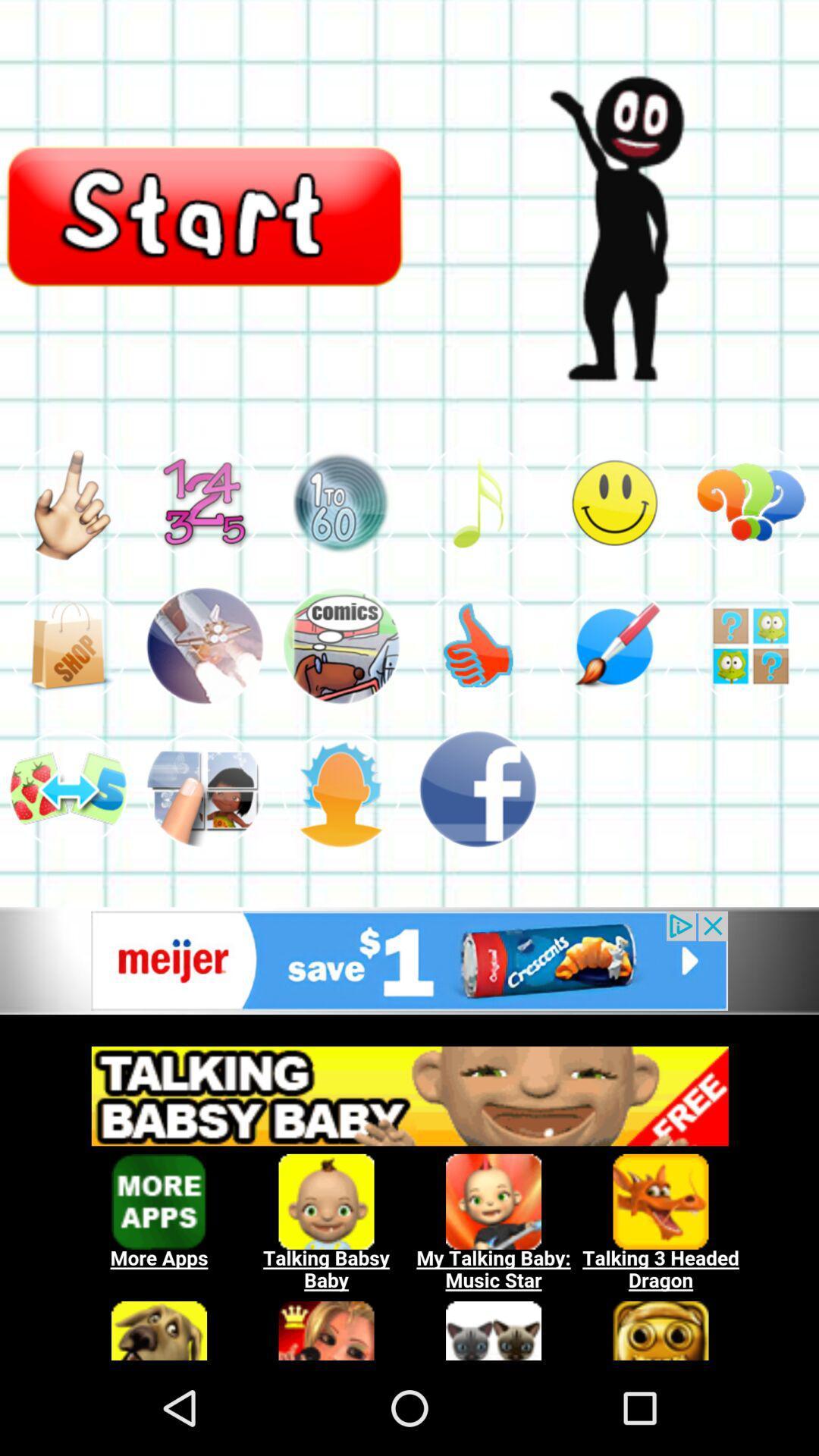 Image resolution: width=819 pixels, height=1456 pixels. I want to click on button to choose icon, so click(67, 645).